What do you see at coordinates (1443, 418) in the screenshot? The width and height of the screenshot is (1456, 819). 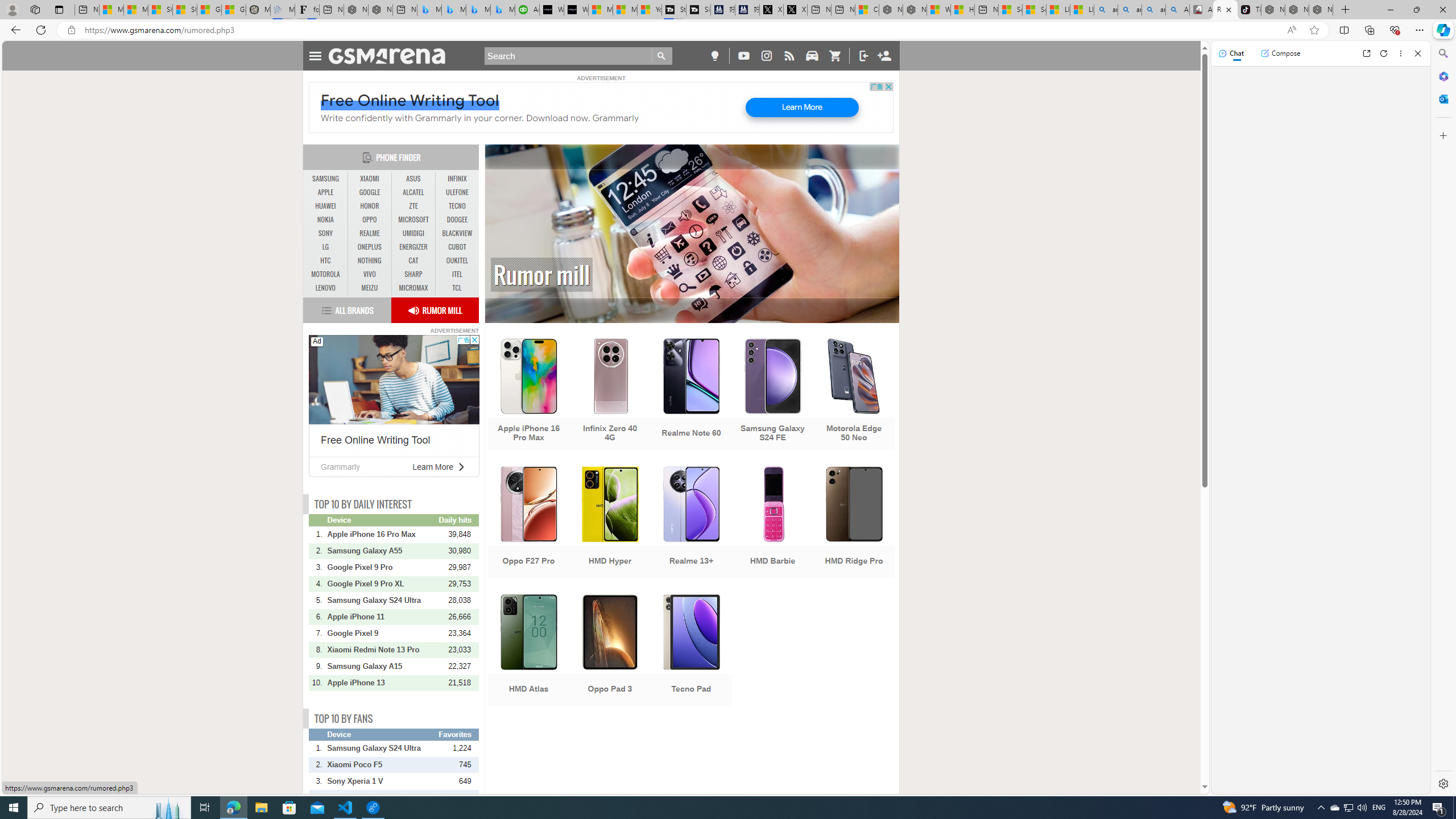 I see `'Side bar'` at bounding box center [1443, 418].